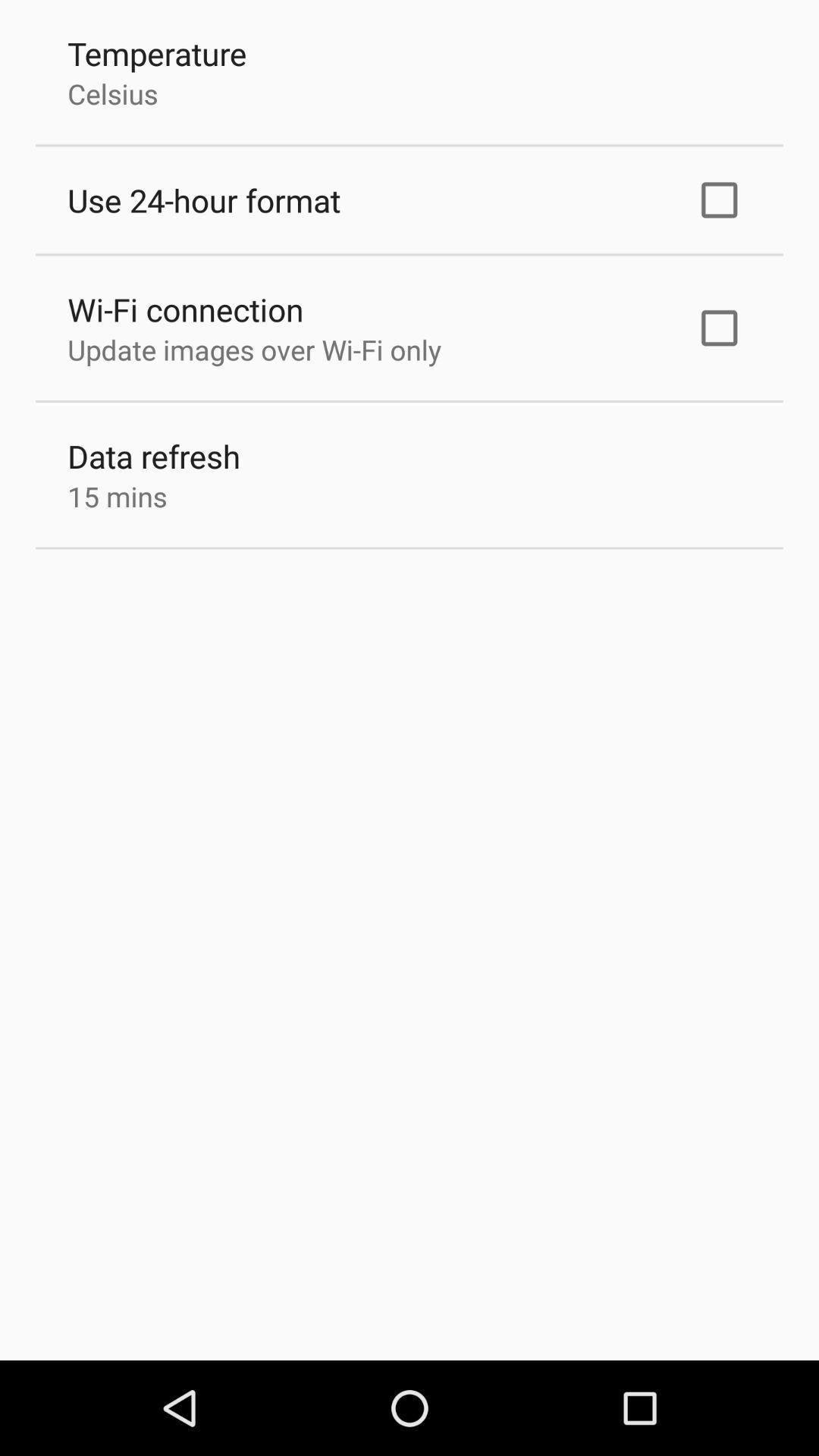  What do you see at coordinates (111, 93) in the screenshot?
I see `the celsius` at bounding box center [111, 93].